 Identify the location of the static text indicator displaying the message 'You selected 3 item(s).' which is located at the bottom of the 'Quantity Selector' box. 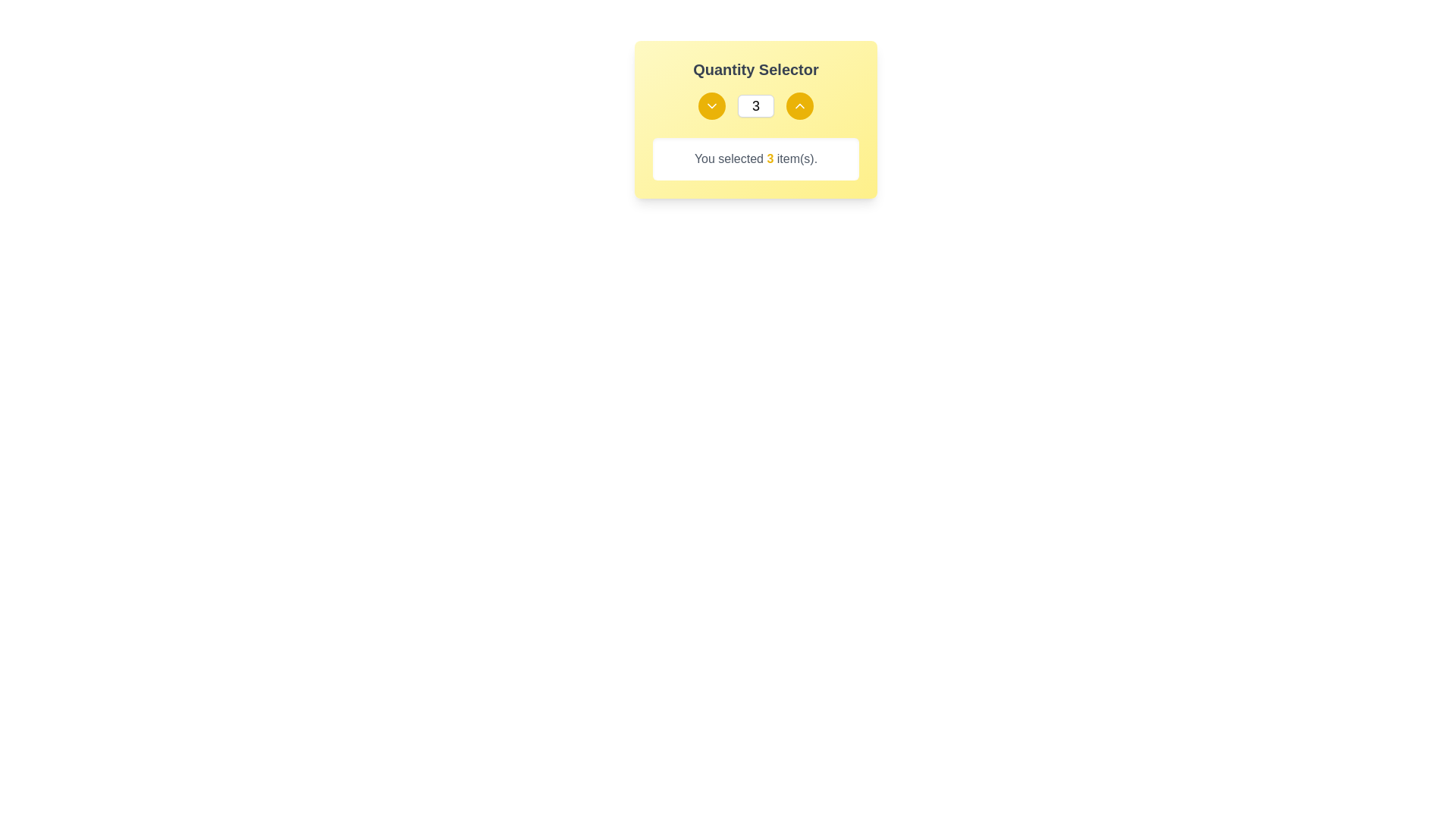
(756, 158).